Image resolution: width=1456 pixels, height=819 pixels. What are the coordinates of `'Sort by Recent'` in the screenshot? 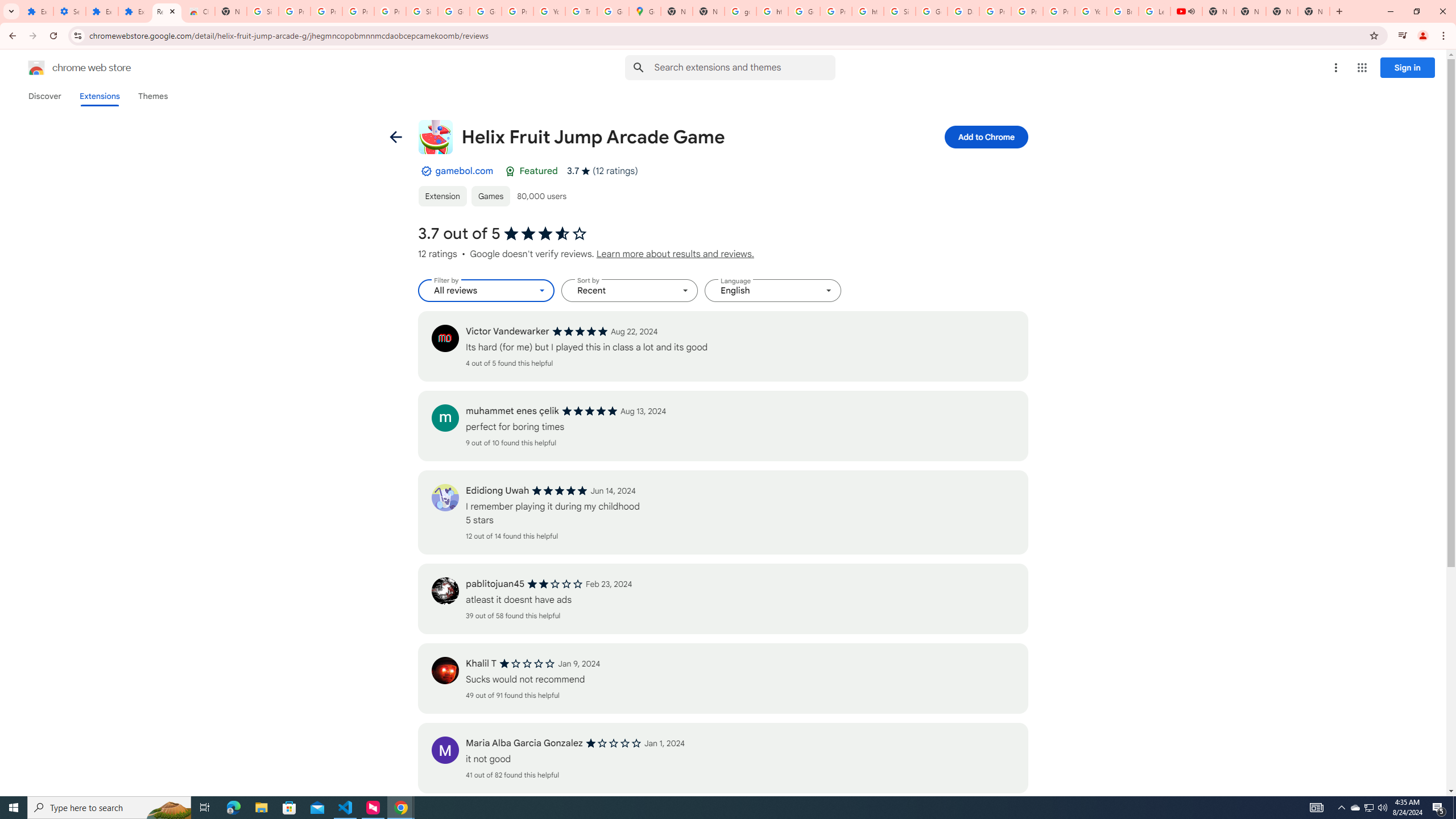 It's located at (629, 290).